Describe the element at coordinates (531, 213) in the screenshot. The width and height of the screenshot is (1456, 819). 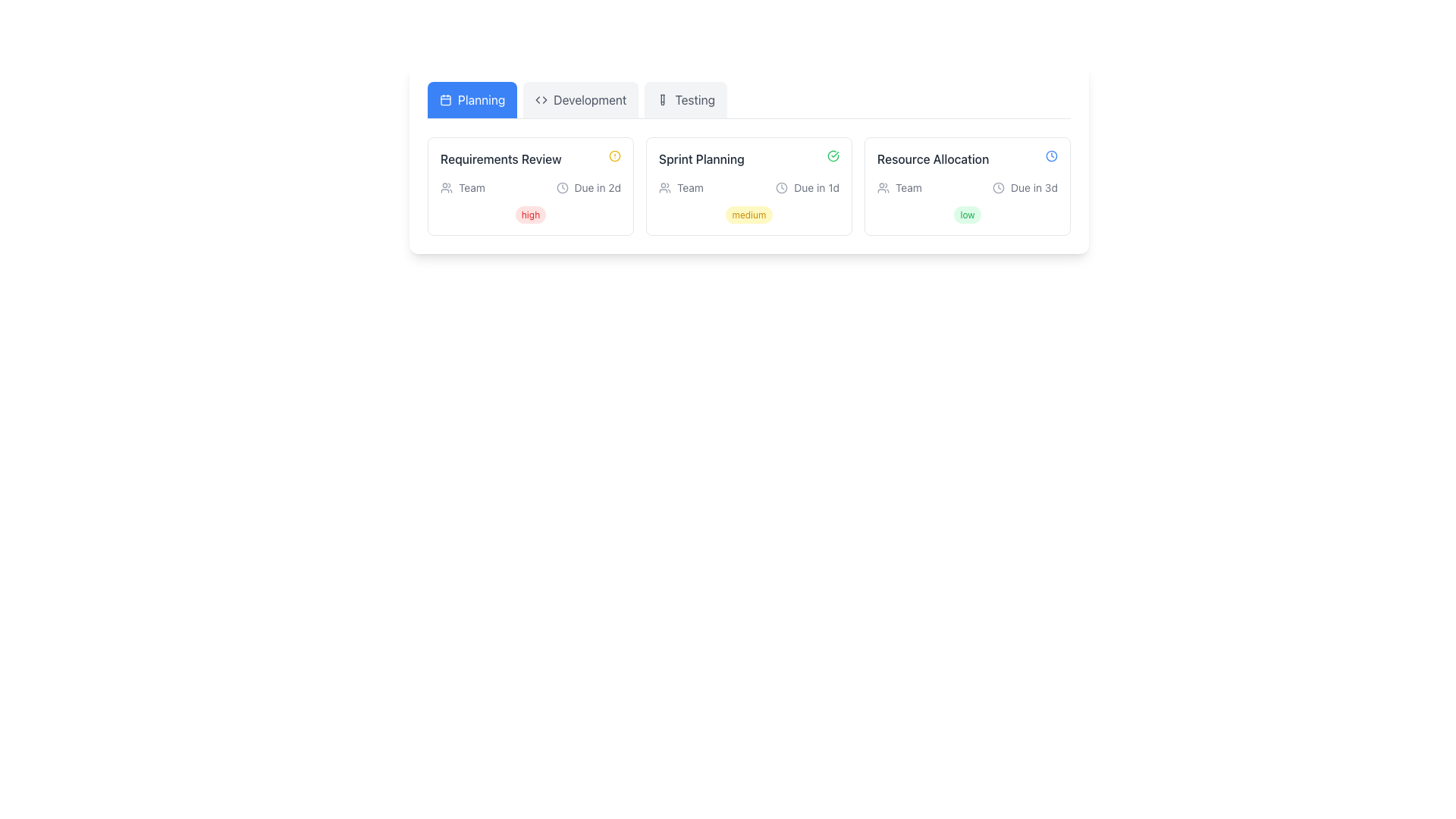
I see `the 'high' label with a small, rounded red background, located at the bottom of the 'Requirements Review' card in the 'Planning' section` at that location.